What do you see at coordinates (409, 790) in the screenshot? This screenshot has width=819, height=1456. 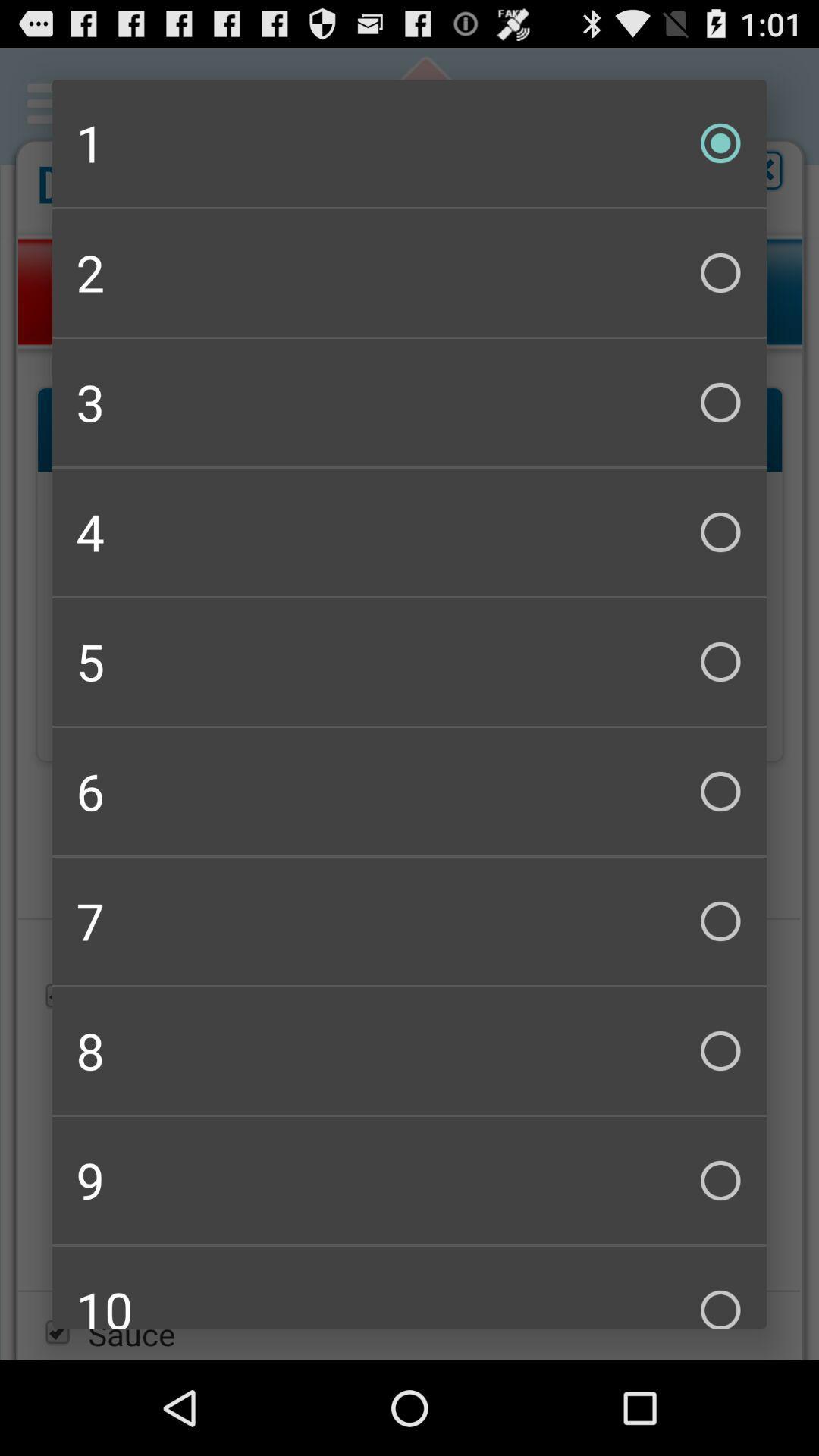 I see `the checkbox below 5 icon` at bounding box center [409, 790].